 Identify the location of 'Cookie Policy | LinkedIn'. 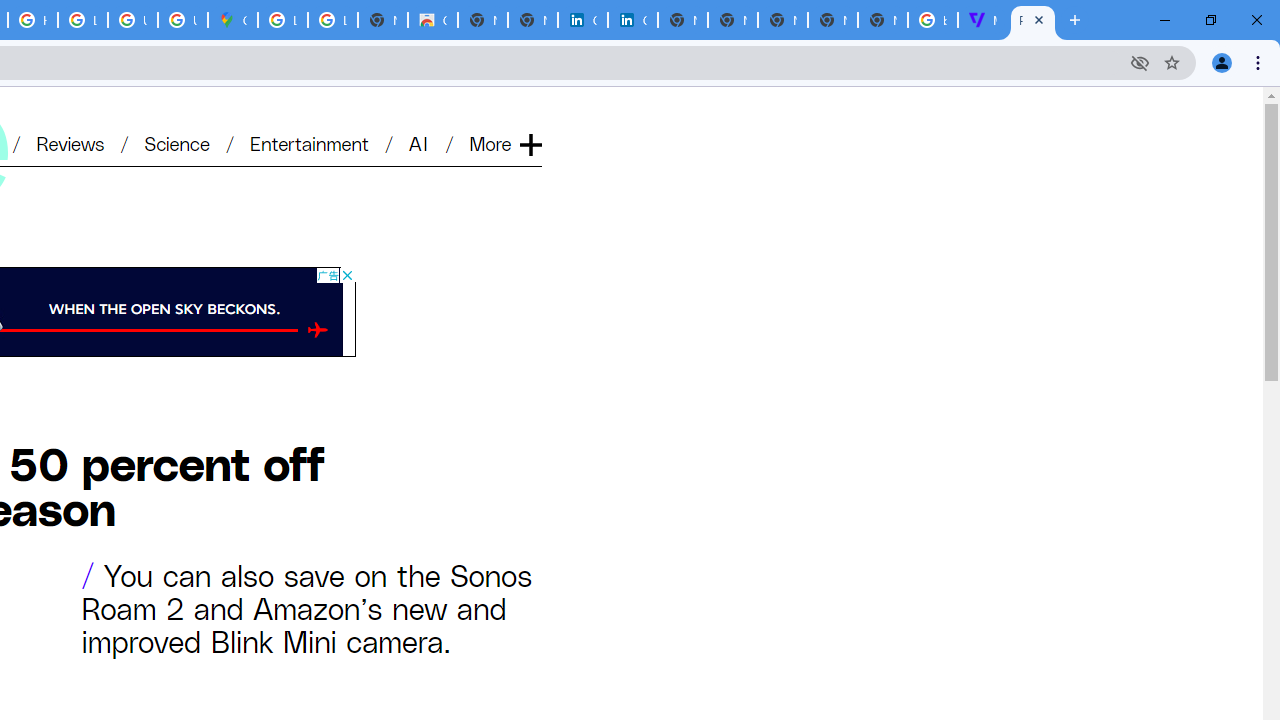
(582, 20).